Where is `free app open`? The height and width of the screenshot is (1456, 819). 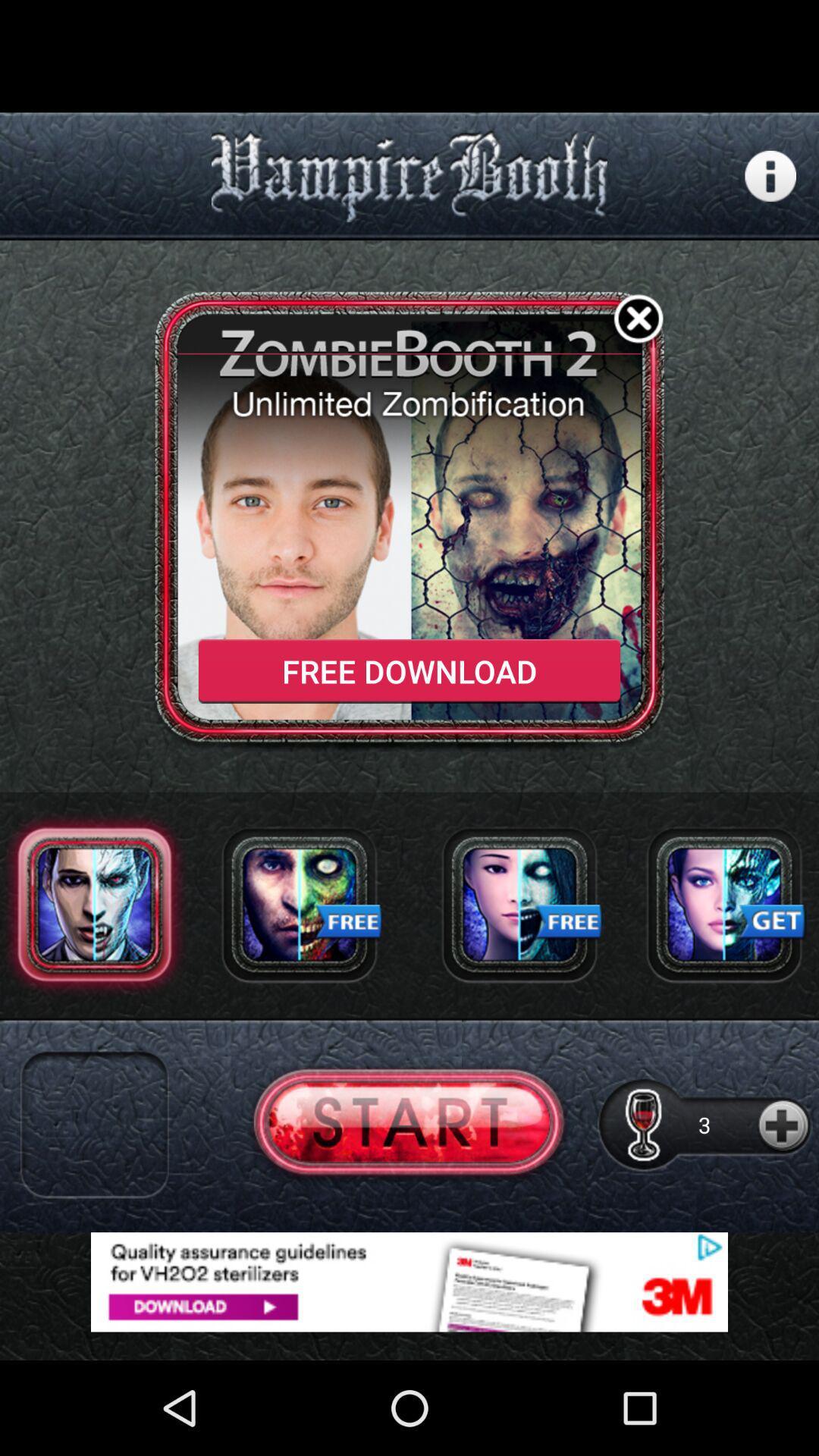
free app open is located at coordinates (299, 904).